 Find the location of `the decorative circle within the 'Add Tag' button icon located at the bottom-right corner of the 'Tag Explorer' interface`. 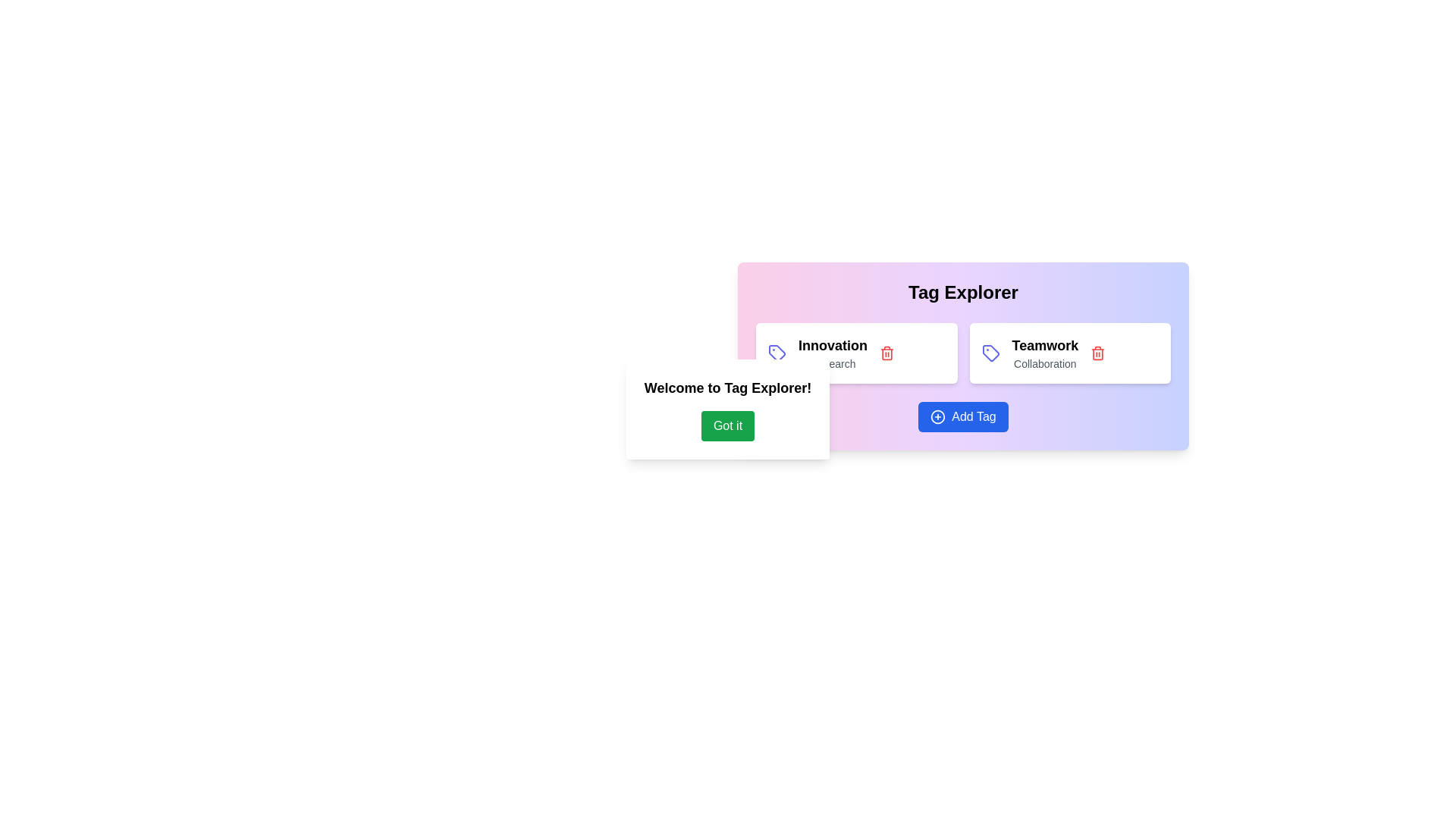

the decorative circle within the 'Add Tag' button icon located at the bottom-right corner of the 'Tag Explorer' interface is located at coordinates (937, 417).